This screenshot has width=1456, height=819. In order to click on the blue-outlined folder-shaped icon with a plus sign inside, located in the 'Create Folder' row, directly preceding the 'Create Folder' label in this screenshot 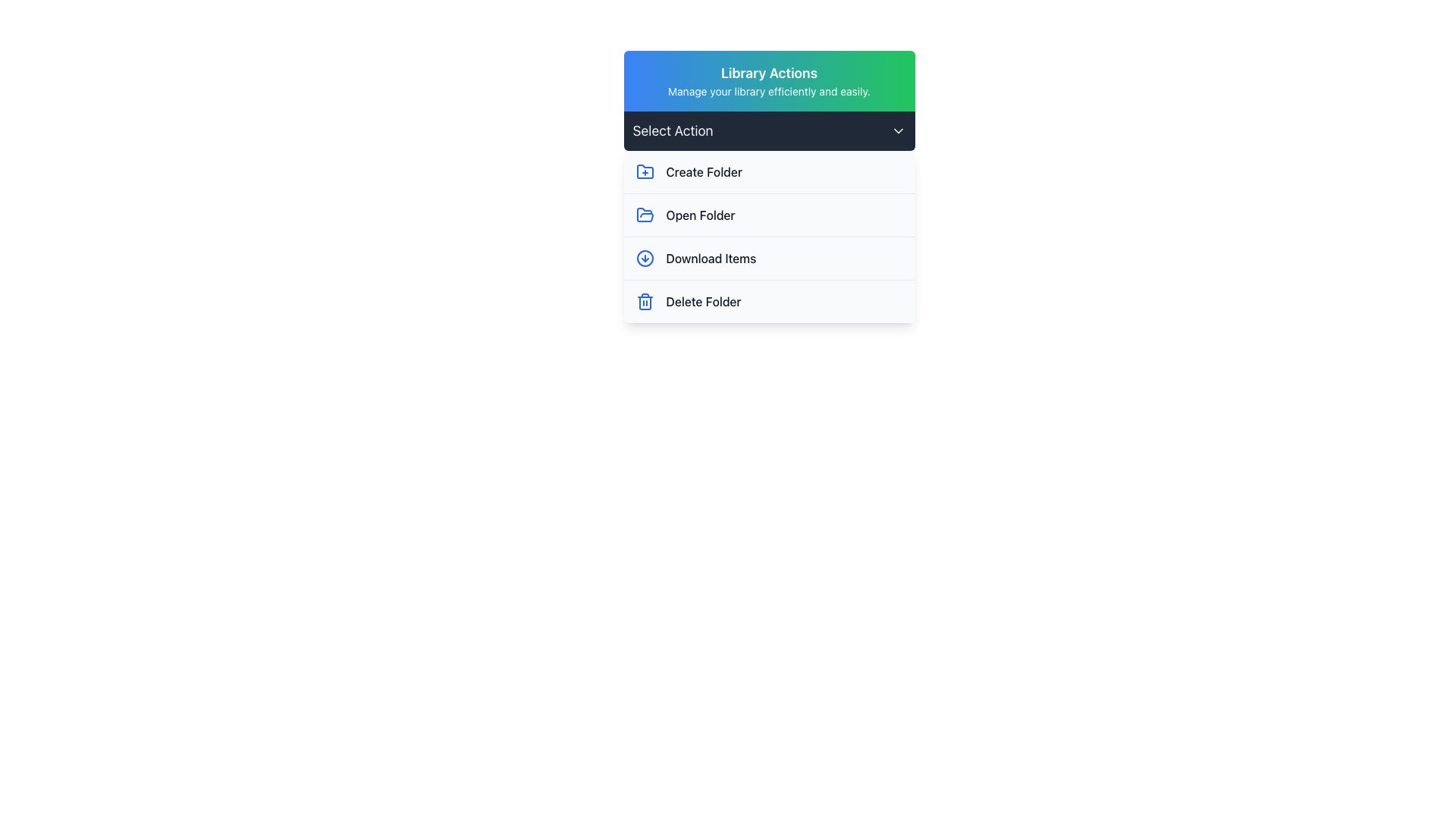, I will do `click(645, 171)`.